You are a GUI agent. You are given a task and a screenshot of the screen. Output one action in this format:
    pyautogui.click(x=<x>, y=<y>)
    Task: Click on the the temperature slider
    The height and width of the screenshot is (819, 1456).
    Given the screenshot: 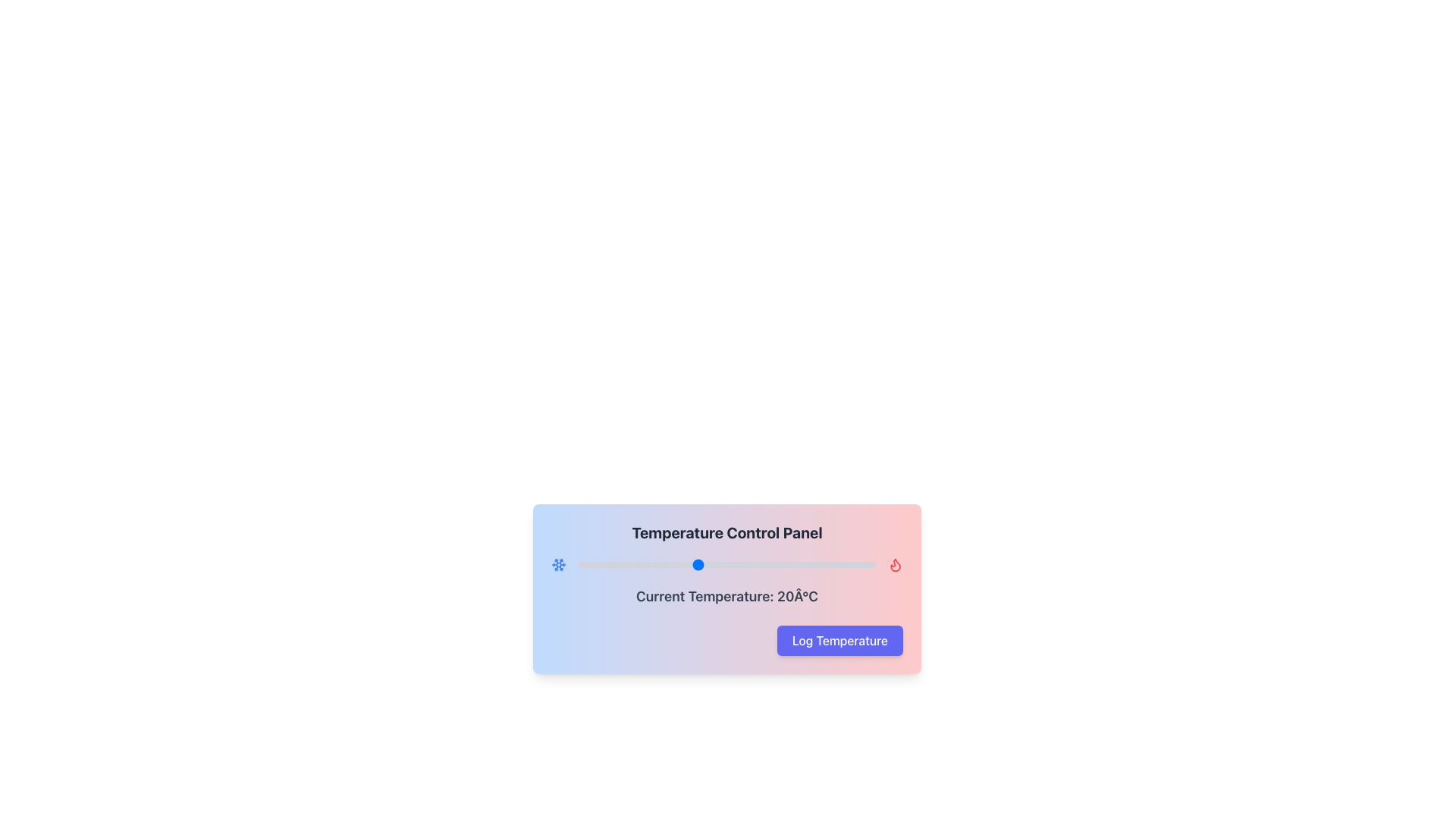 What is the action you would take?
    pyautogui.click(x=845, y=564)
    